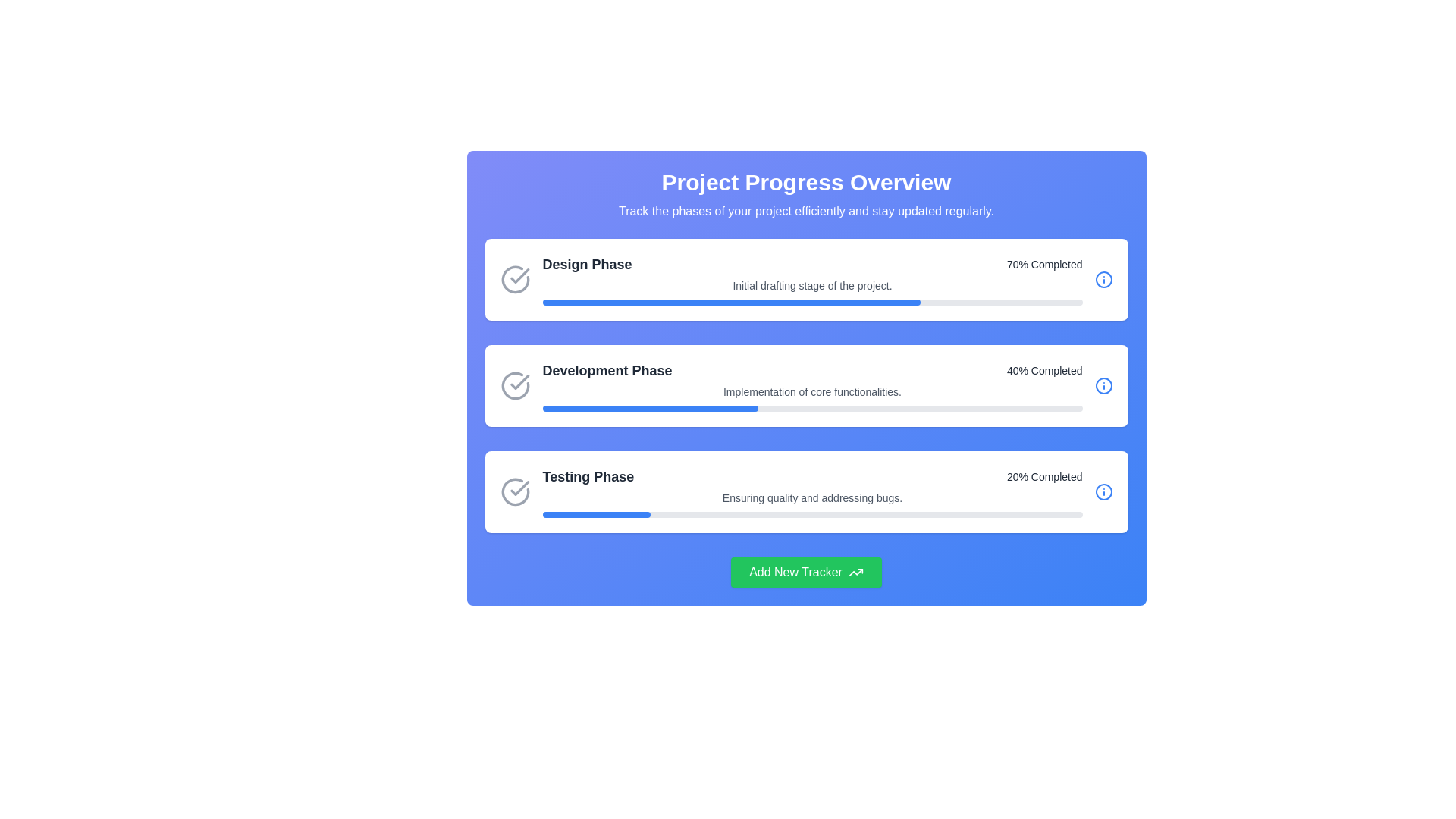 The width and height of the screenshot is (1456, 819). What do you see at coordinates (1103, 280) in the screenshot?
I see `the Circle graphic element located in the 'Design Phase' box, adjacent to the '70% Completed' text` at bounding box center [1103, 280].